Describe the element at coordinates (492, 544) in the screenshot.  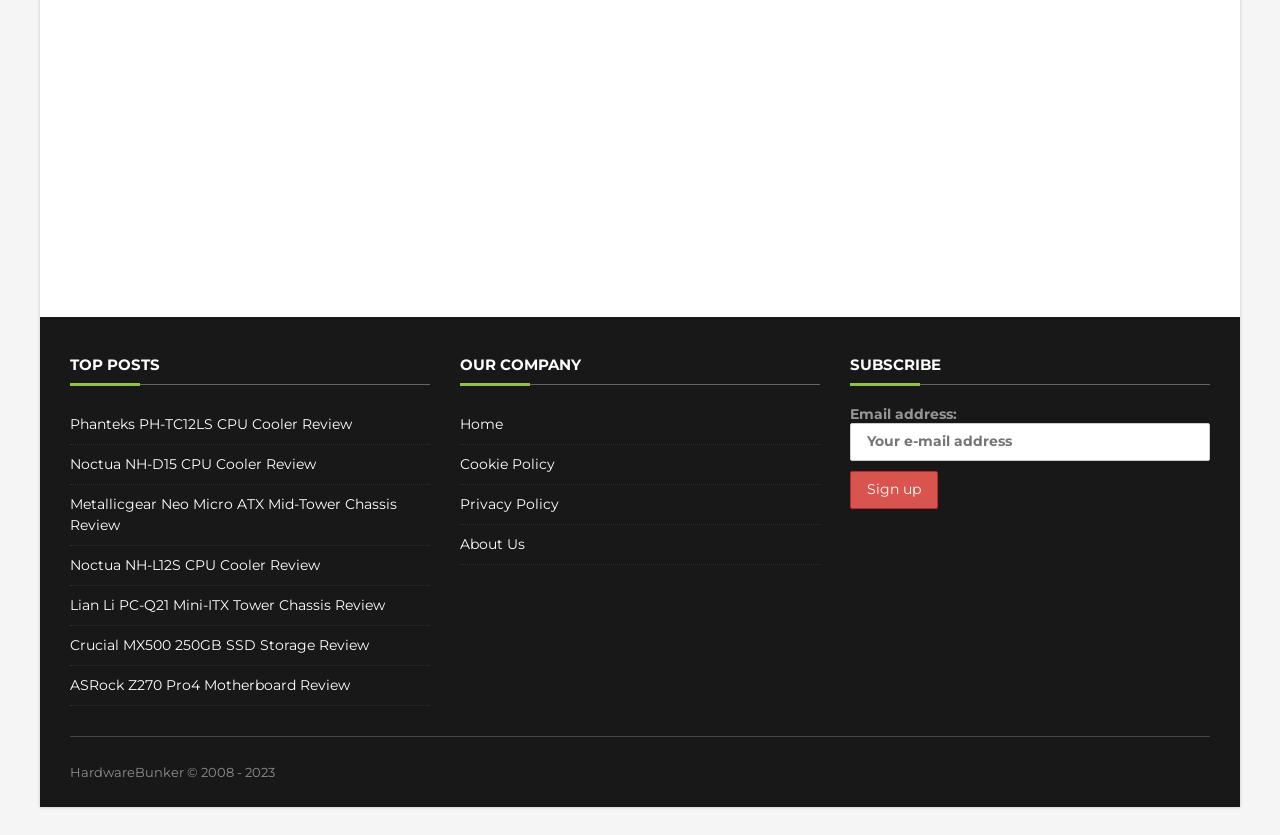
I see `'About Us'` at that location.